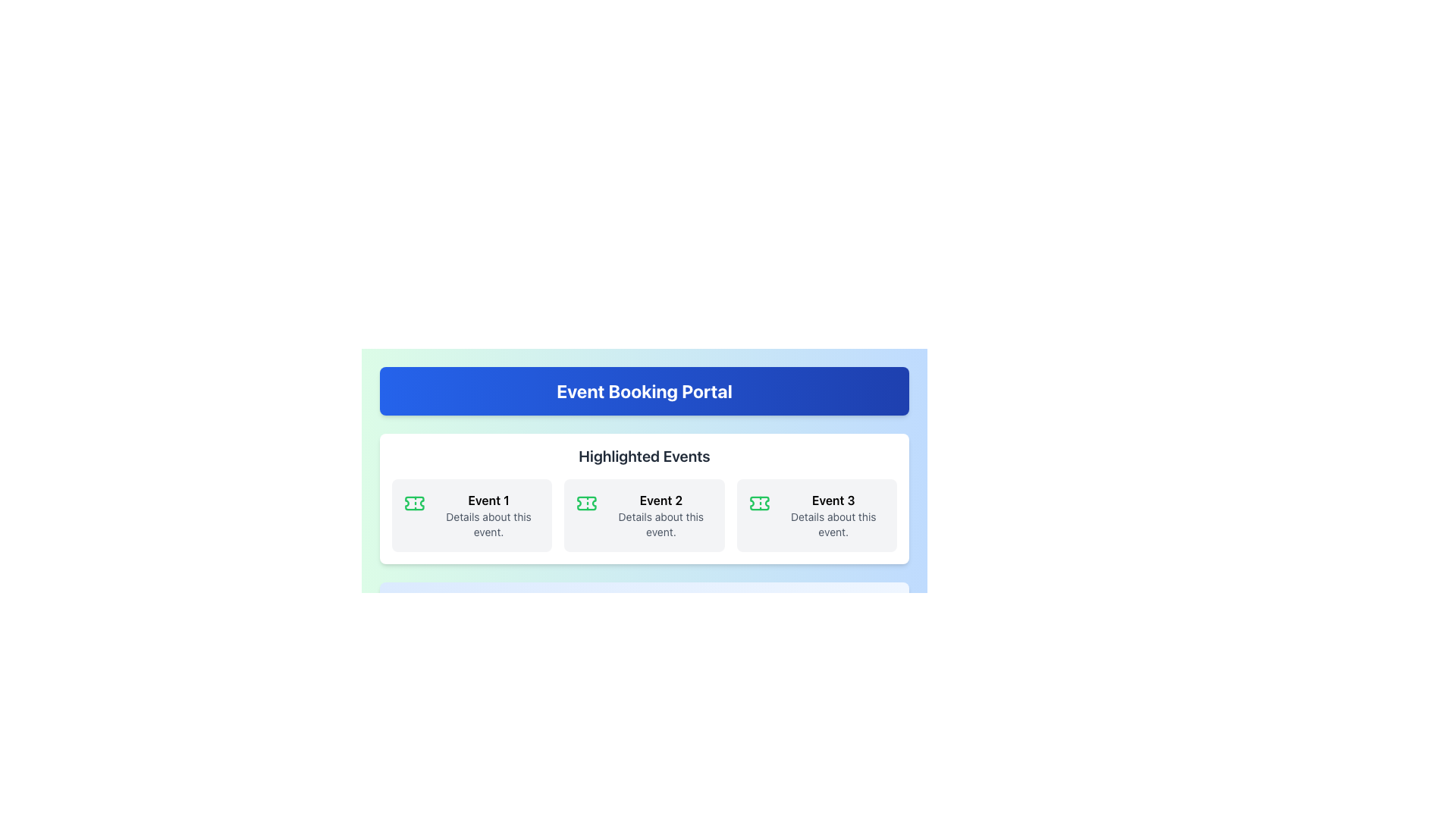 The height and width of the screenshot is (819, 1456). Describe the element at coordinates (661, 523) in the screenshot. I see `the static text label providing information about 'Event 2' located in the central panel under 'Highlighted Events'` at that location.